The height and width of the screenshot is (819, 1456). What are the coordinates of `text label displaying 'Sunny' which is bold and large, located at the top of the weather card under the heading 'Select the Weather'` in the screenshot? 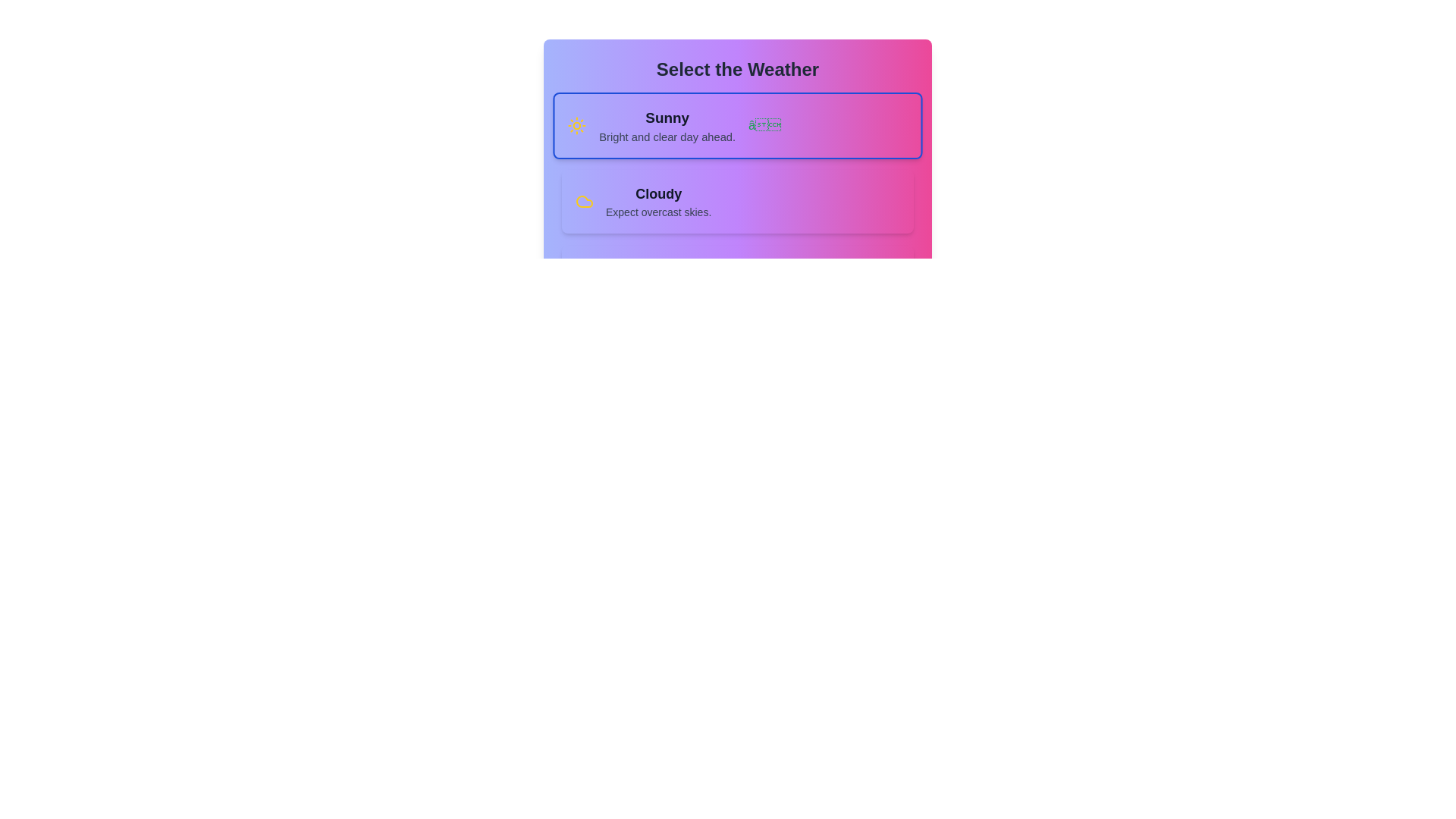 It's located at (667, 117).